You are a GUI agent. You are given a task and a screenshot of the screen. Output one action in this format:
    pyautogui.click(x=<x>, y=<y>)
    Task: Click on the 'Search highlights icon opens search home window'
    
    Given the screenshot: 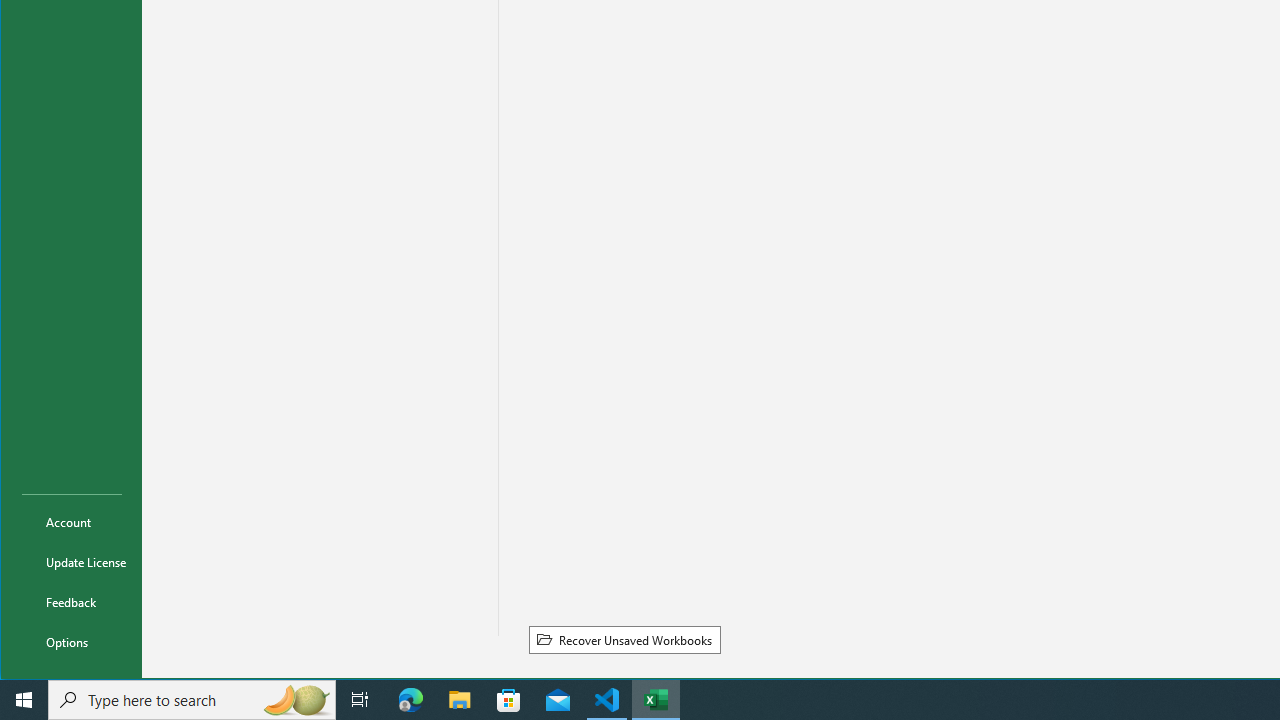 What is the action you would take?
    pyautogui.click(x=294, y=698)
    